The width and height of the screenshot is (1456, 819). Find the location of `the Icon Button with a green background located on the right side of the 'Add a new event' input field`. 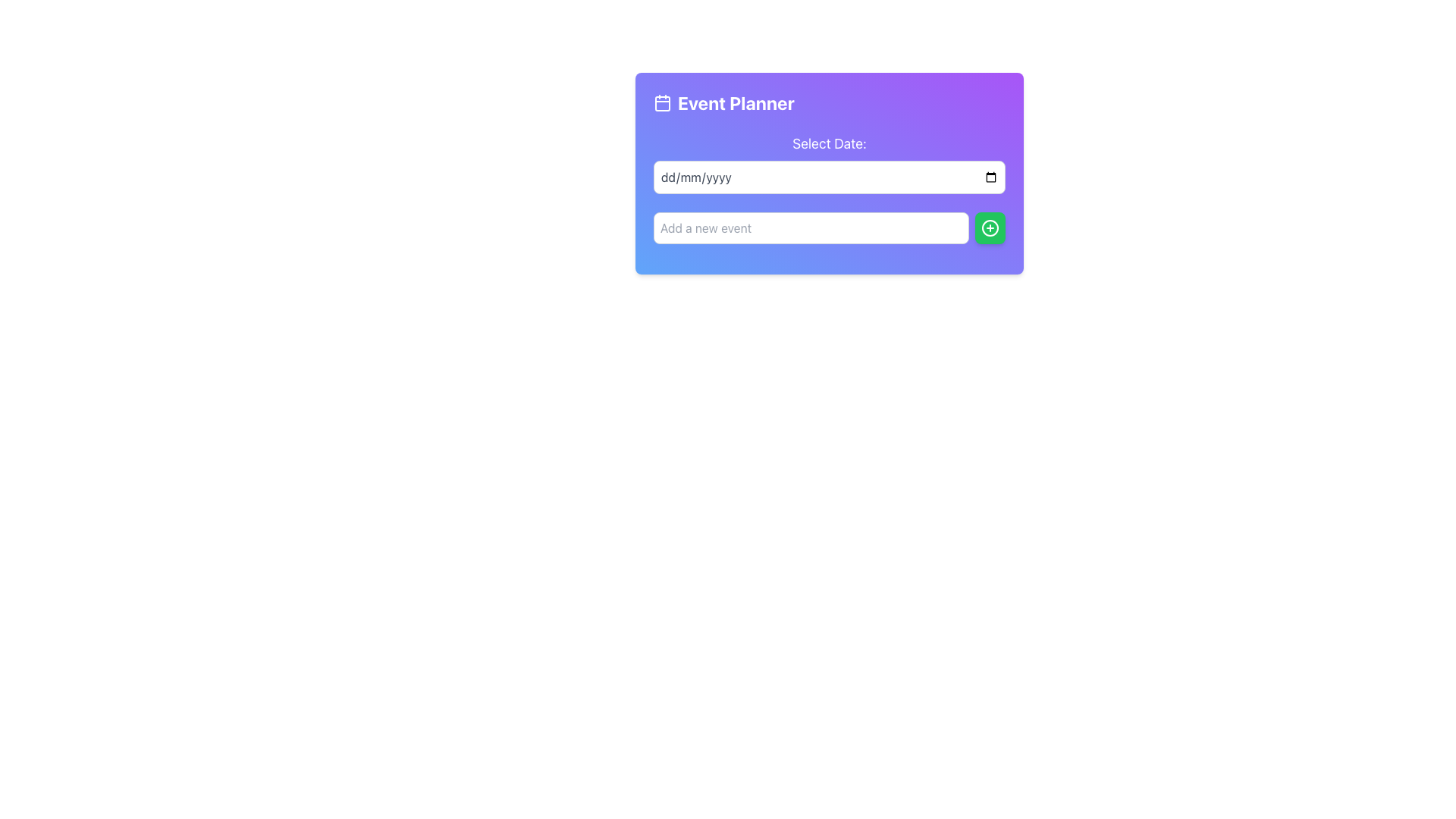

the Icon Button with a green background located on the right side of the 'Add a new event' input field is located at coordinates (990, 227).